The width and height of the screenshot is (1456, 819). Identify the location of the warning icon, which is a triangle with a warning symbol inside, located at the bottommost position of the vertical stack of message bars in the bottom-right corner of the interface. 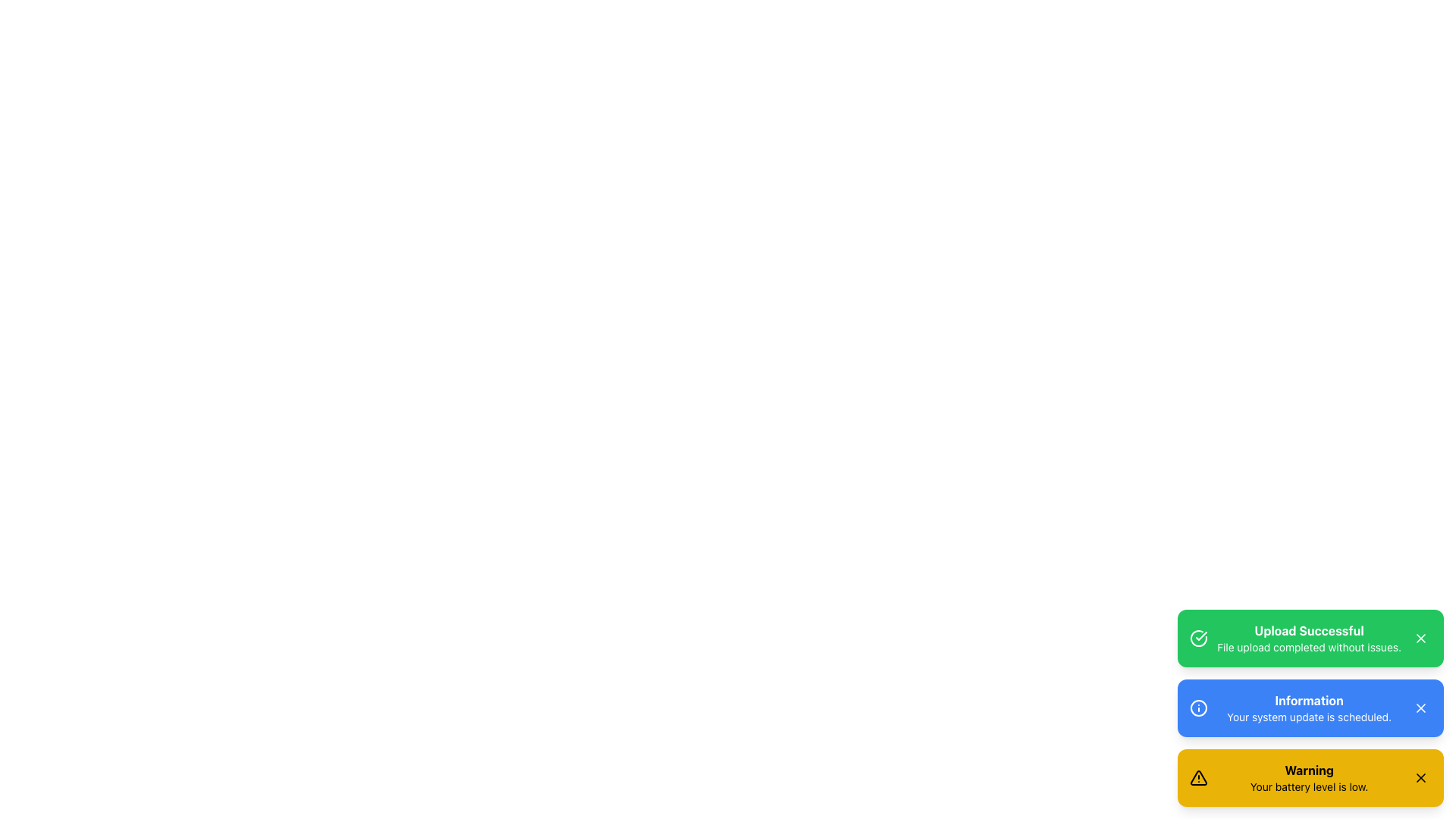
(1198, 778).